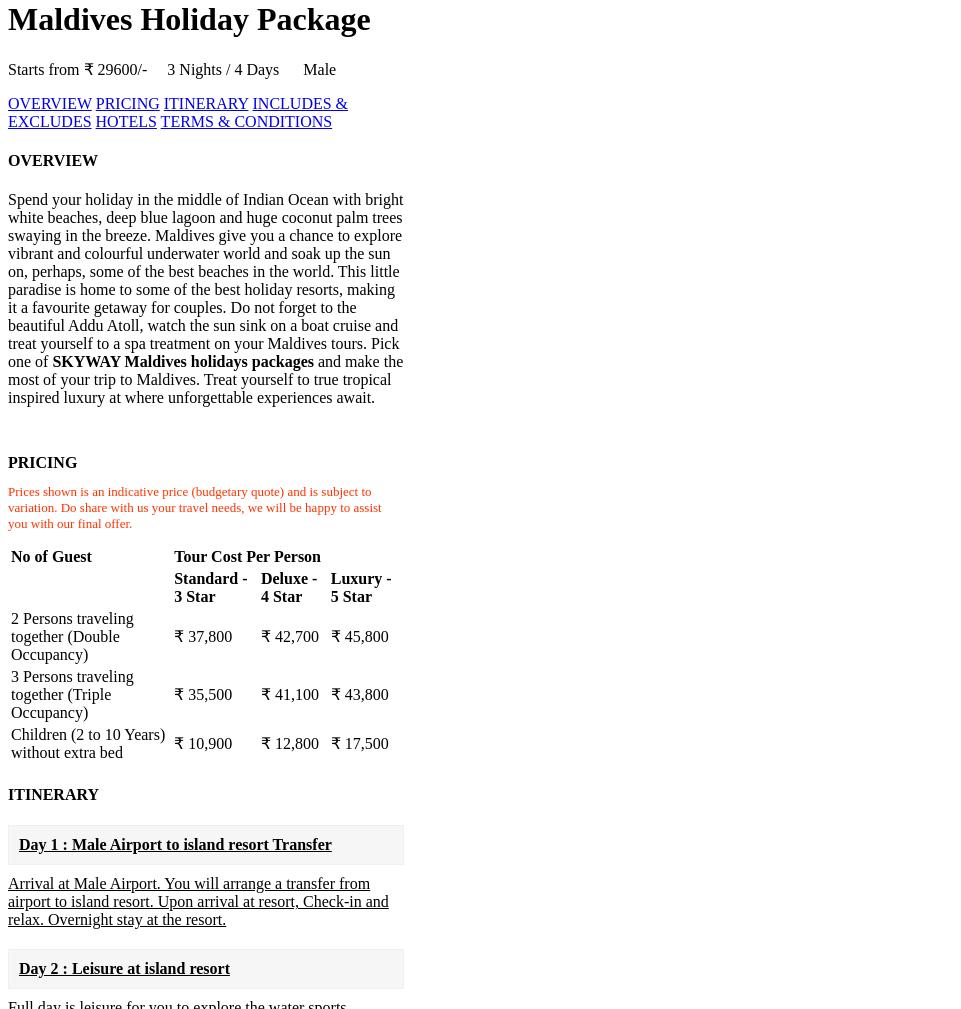 Image resolution: width=961 pixels, height=1009 pixels. What do you see at coordinates (87, 67) in the screenshot?
I see `'Starts from ₹ 29600/-'` at bounding box center [87, 67].